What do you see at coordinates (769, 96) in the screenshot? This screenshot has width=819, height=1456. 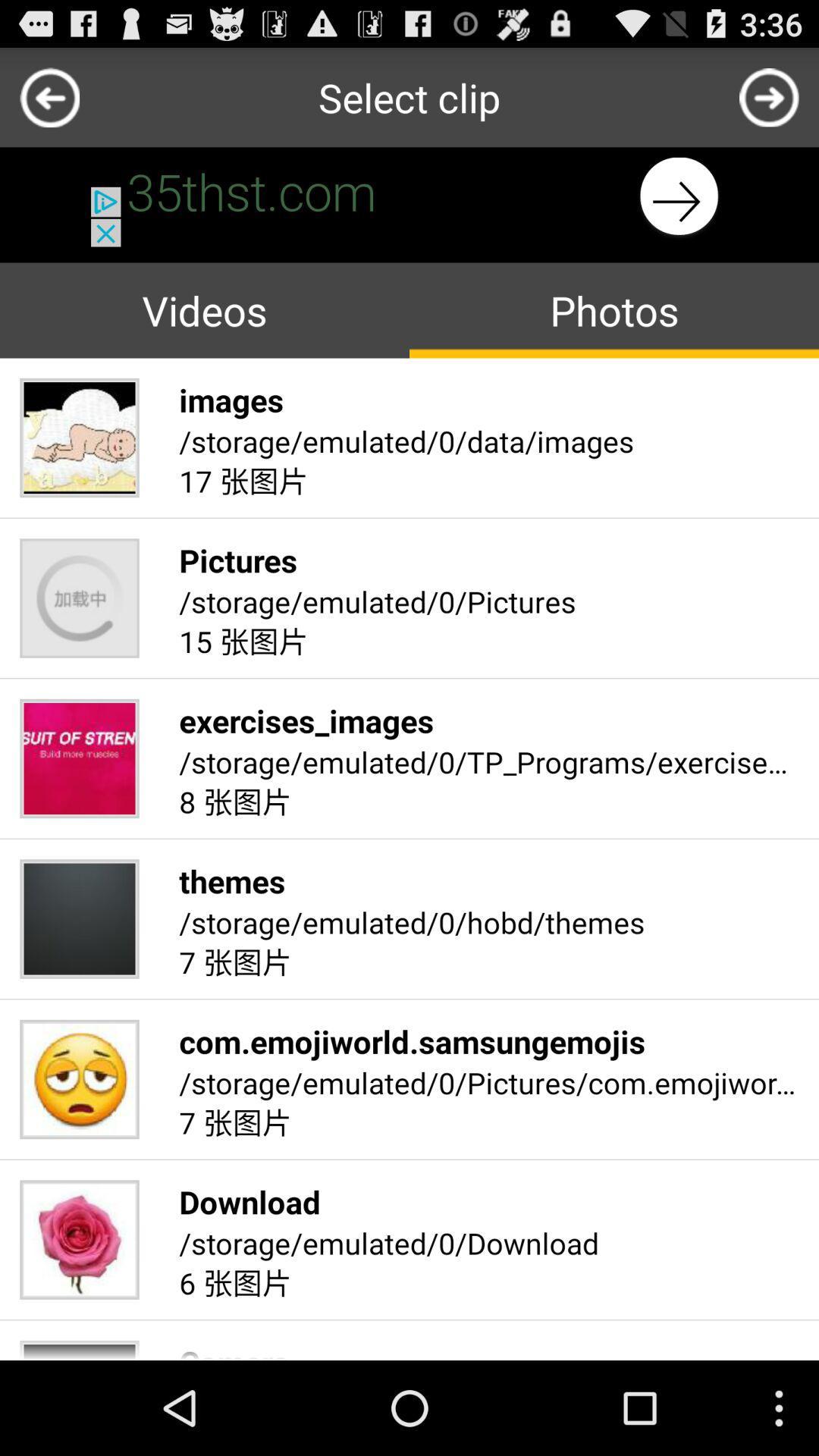 I see `click next button` at bounding box center [769, 96].